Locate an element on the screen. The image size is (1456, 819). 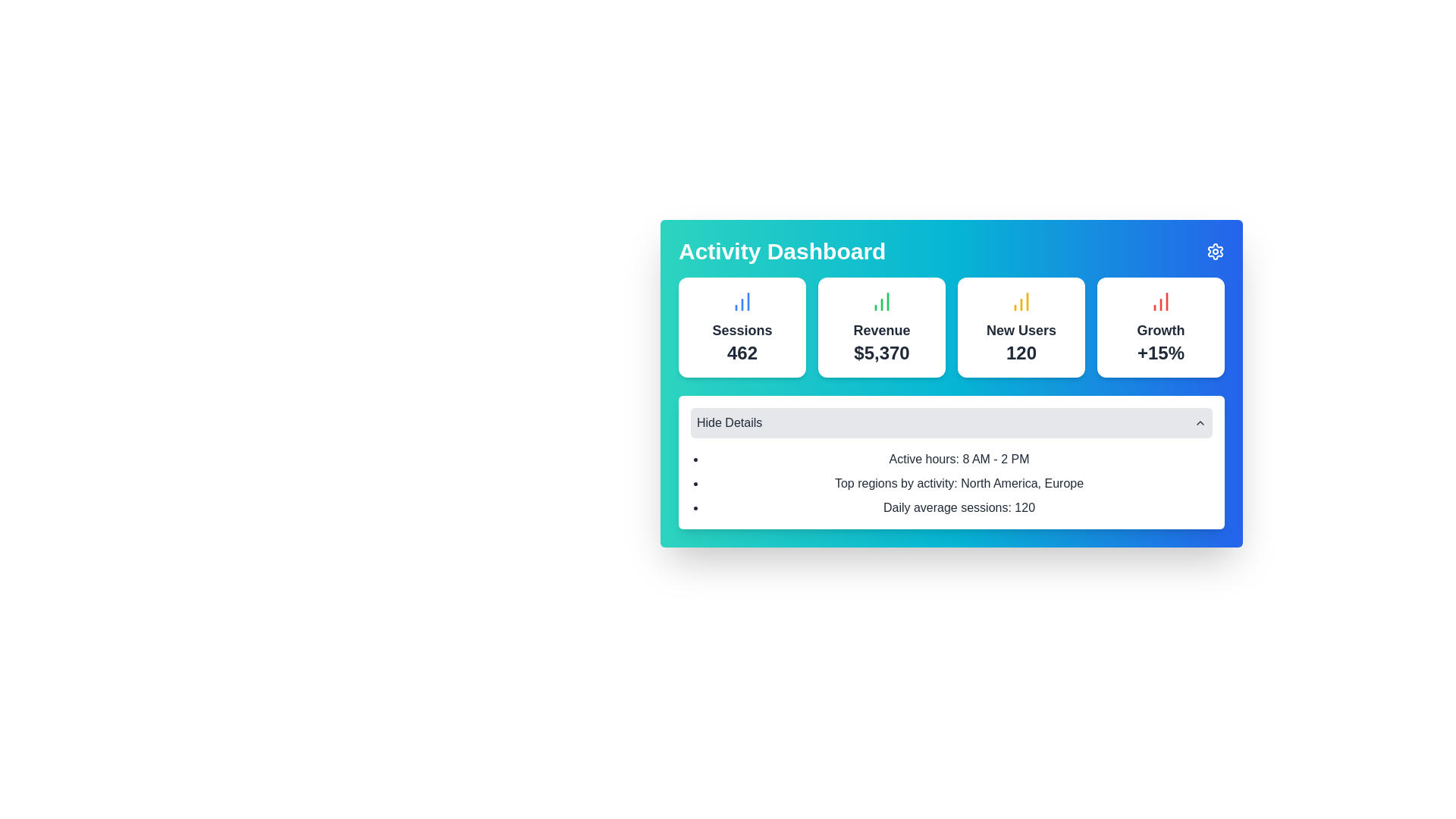
the purpose of the 'Hide Details' label, which is likely to toggle or indicate the collapse of additional information is located at coordinates (730, 423).